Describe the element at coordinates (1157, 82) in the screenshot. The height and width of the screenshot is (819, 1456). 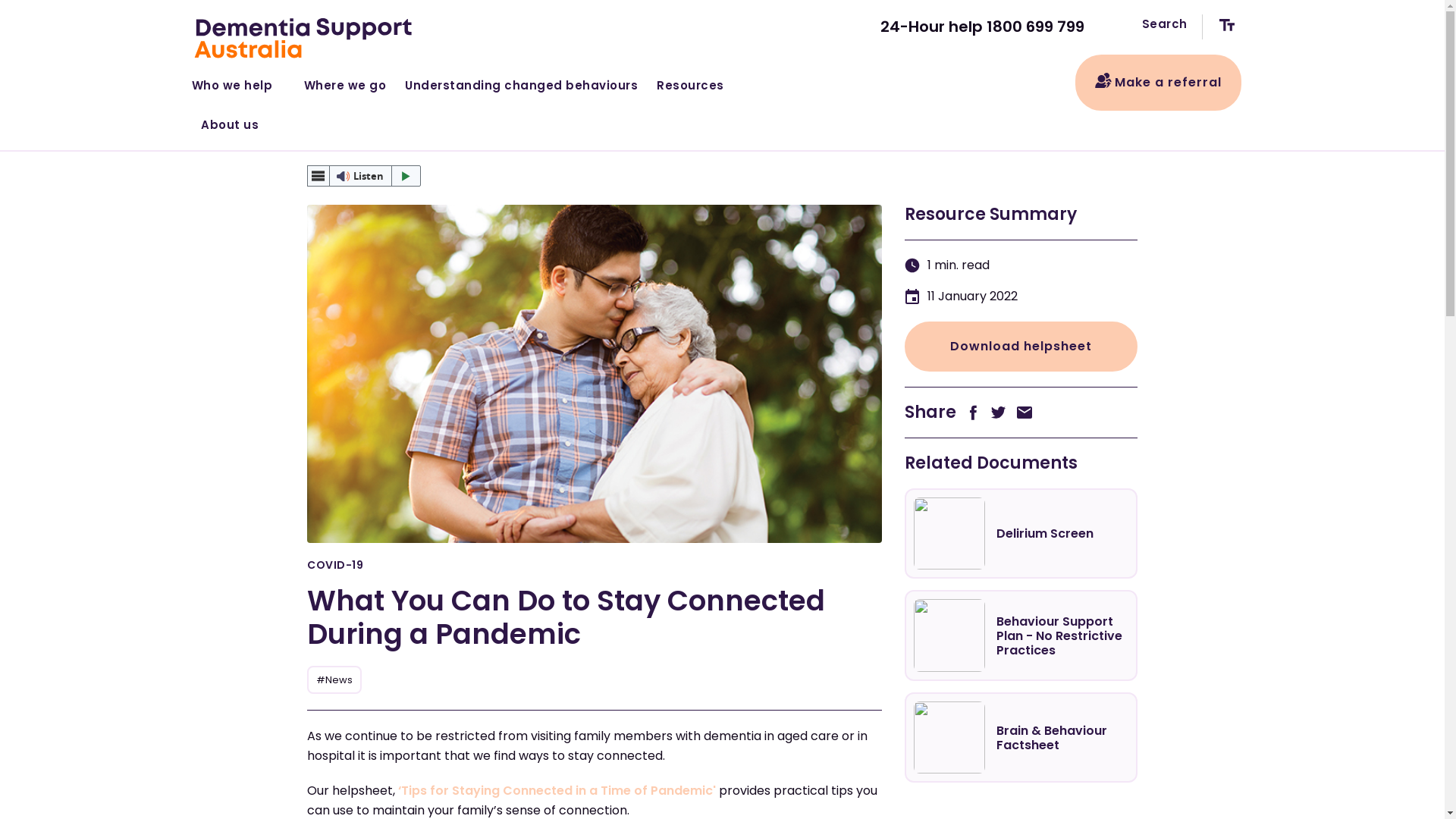
I see `'Make a referral'` at that location.